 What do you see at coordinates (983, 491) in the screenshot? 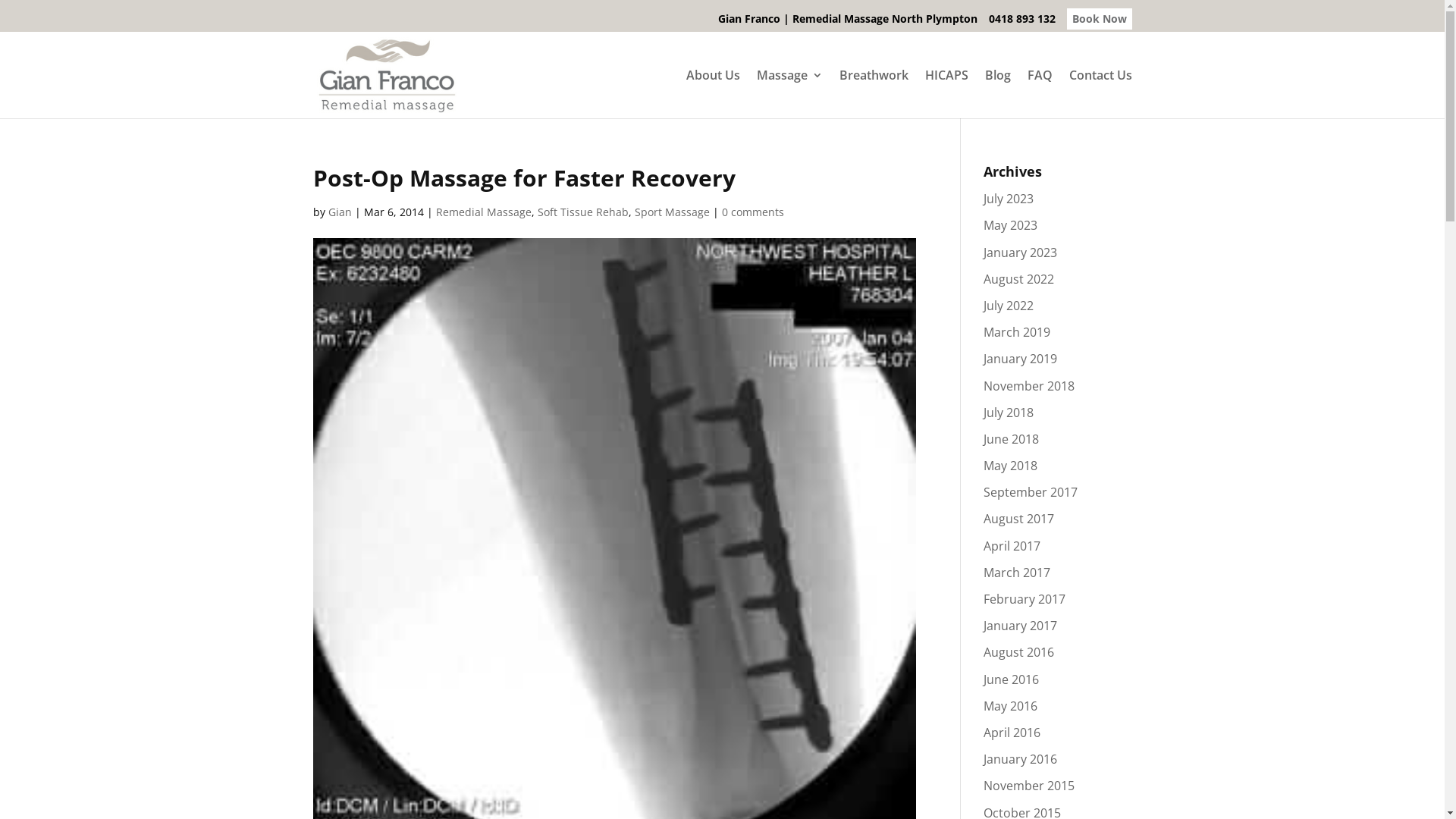
I see `'September 2017'` at bounding box center [983, 491].